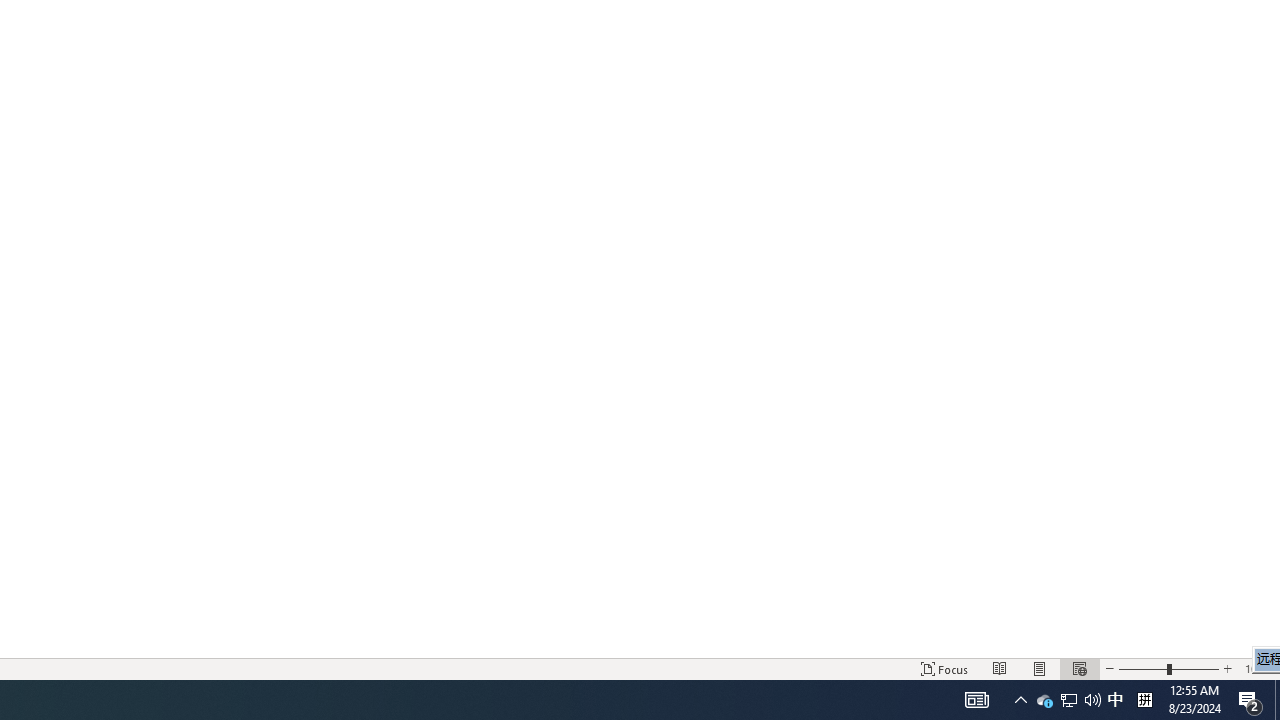  Describe the element at coordinates (1257, 669) in the screenshot. I see `'Zoom 100%'` at that location.